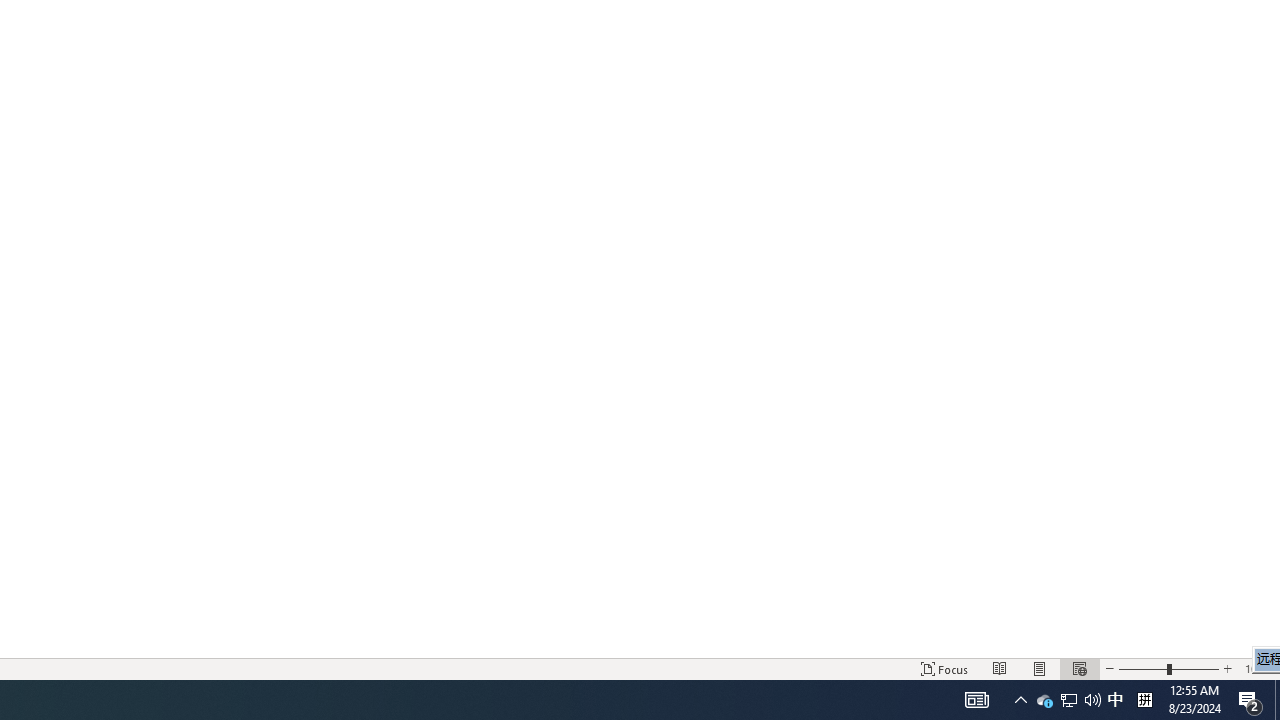  Describe the element at coordinates (1257, 669) in the screenshot. I see `'Zoom 100%'` at that location.